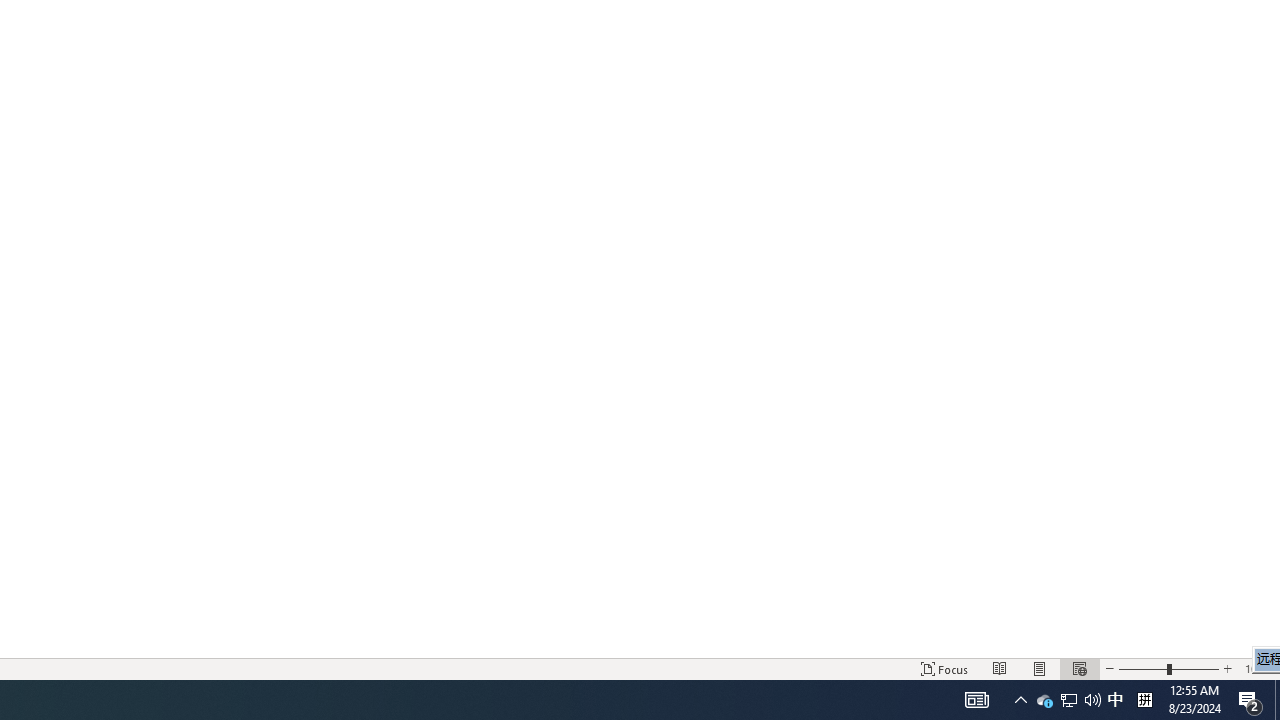  Describe the element at coordinates (1257, 669) in the screenshot. I see `'Zoom 100%'` at that location.